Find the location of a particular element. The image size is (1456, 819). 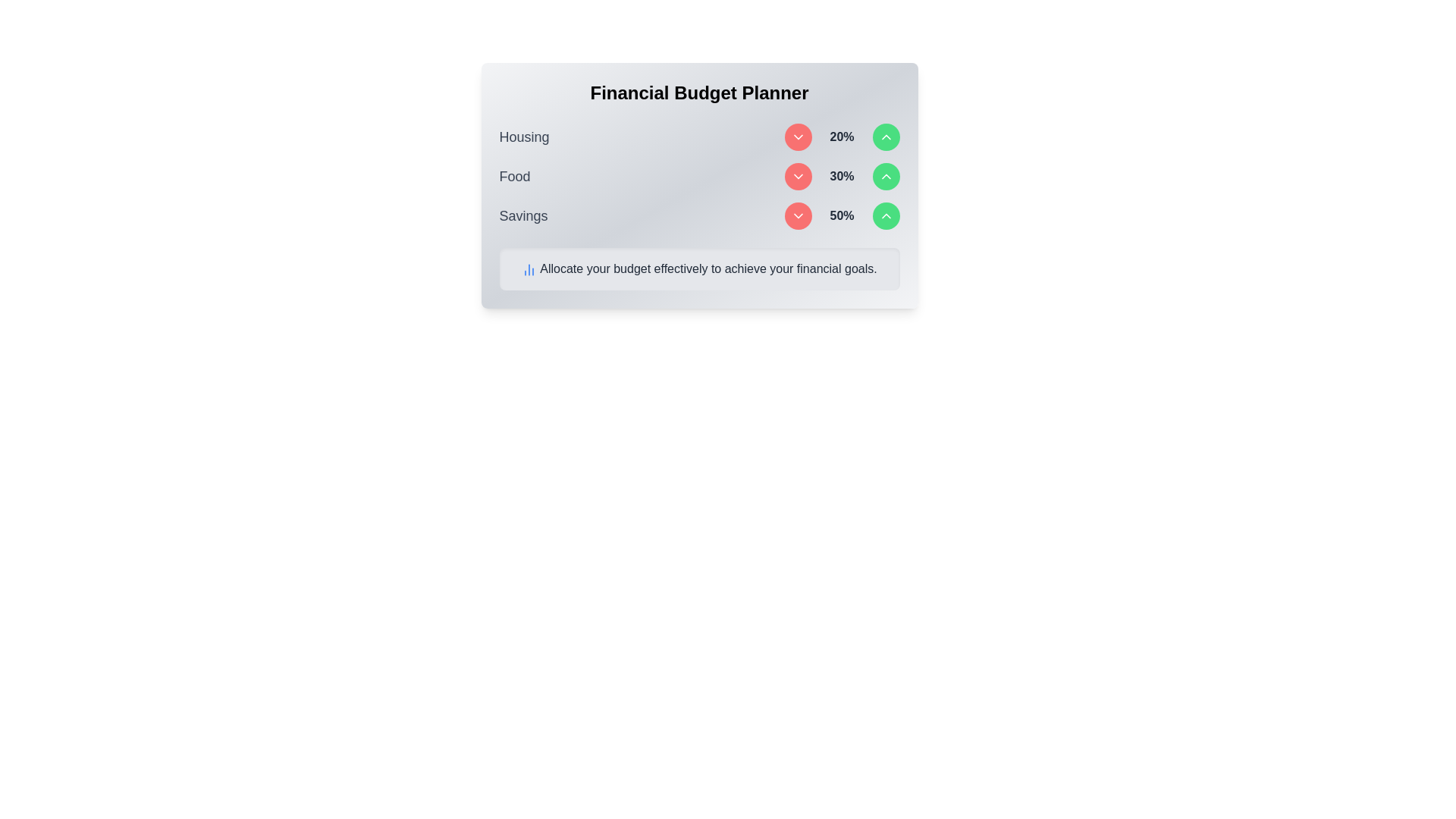

text of the heading that provides context about financial budget planning, located at the top of the card-like section with rounded corners is located at coordinates (698, 93).